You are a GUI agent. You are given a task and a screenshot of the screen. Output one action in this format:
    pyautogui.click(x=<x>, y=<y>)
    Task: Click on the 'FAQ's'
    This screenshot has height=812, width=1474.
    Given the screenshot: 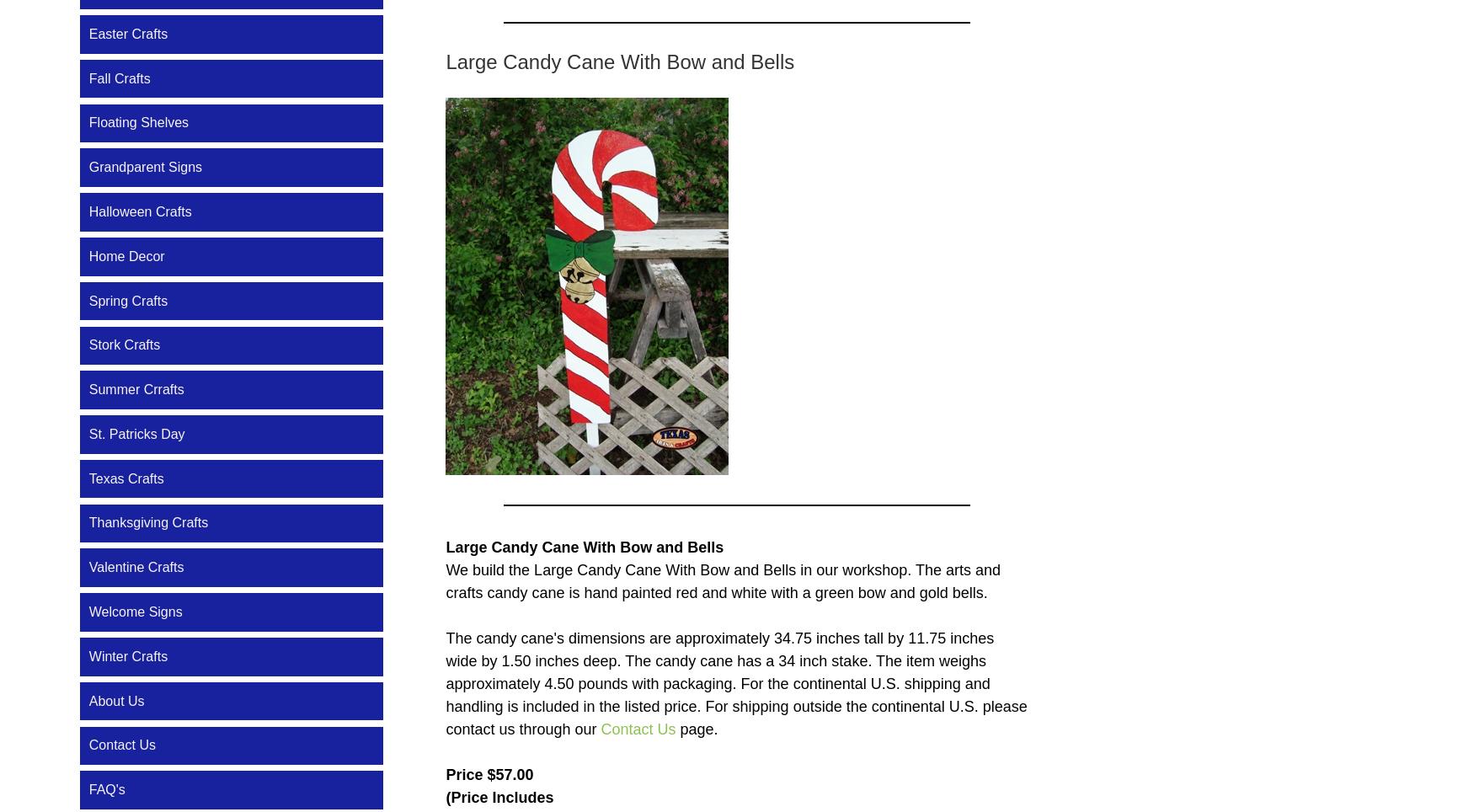 What is the action you would take?
    pyautogui.click(x=88, y=789)
    